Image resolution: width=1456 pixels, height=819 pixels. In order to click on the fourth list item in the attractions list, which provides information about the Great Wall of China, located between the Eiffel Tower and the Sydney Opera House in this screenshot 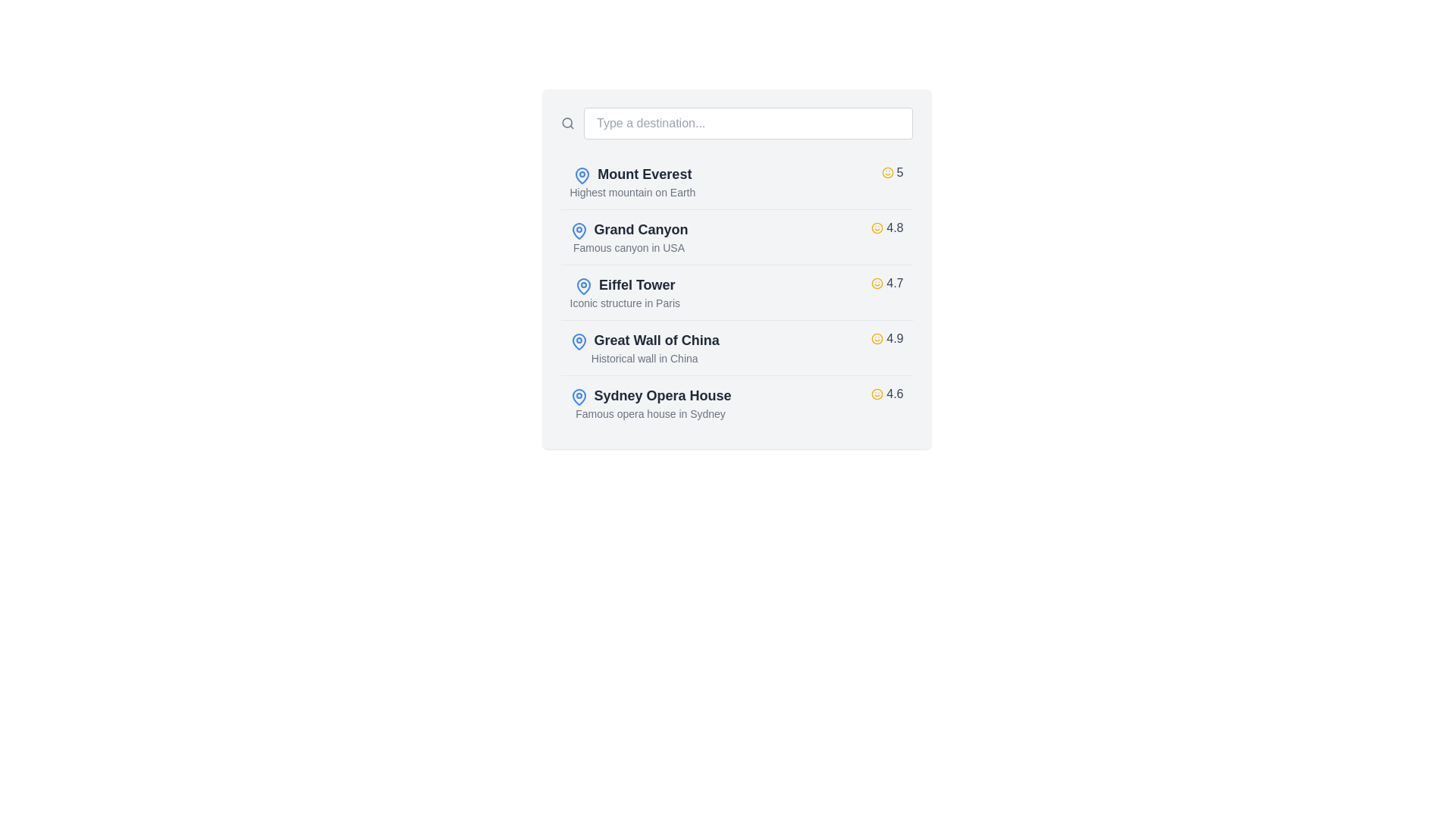, I will do `click(736, 347)`.